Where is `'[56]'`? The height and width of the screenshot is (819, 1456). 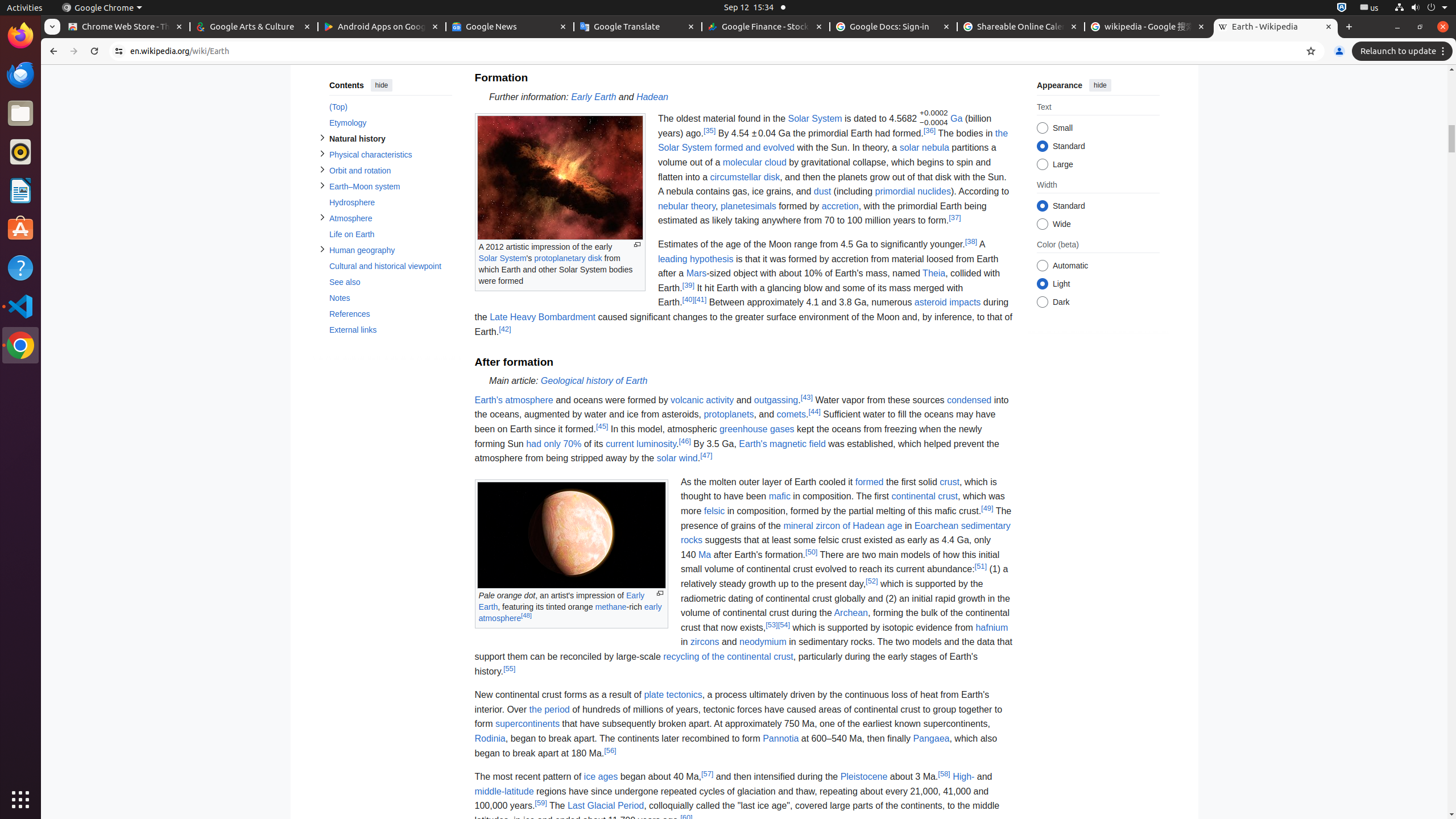 '[56]' is located at coordinates (610, 750).